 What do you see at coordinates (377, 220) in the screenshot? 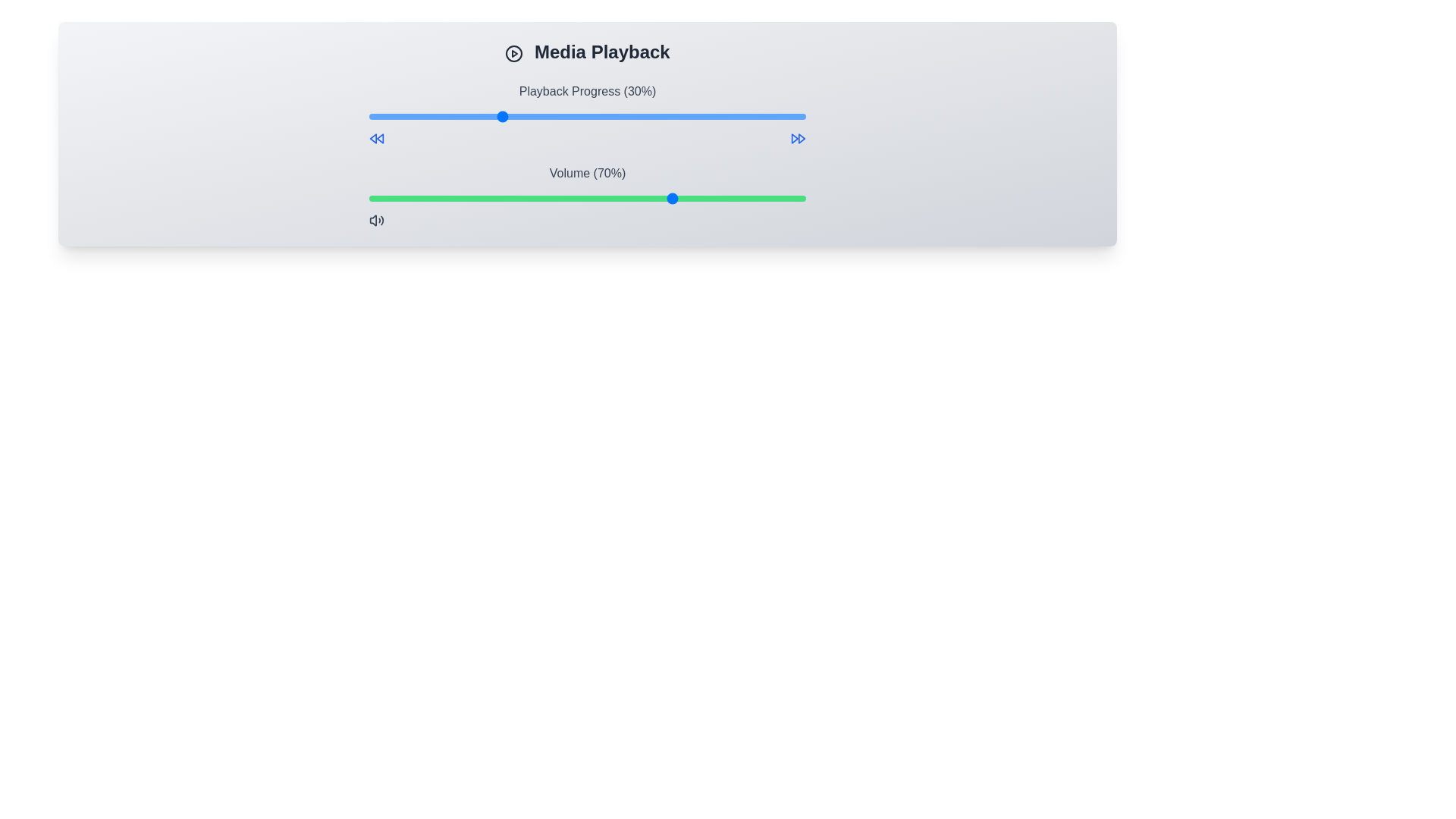
I see `the volume icon to toggle or adjust the volume settings` at bounding box center [377, 220].